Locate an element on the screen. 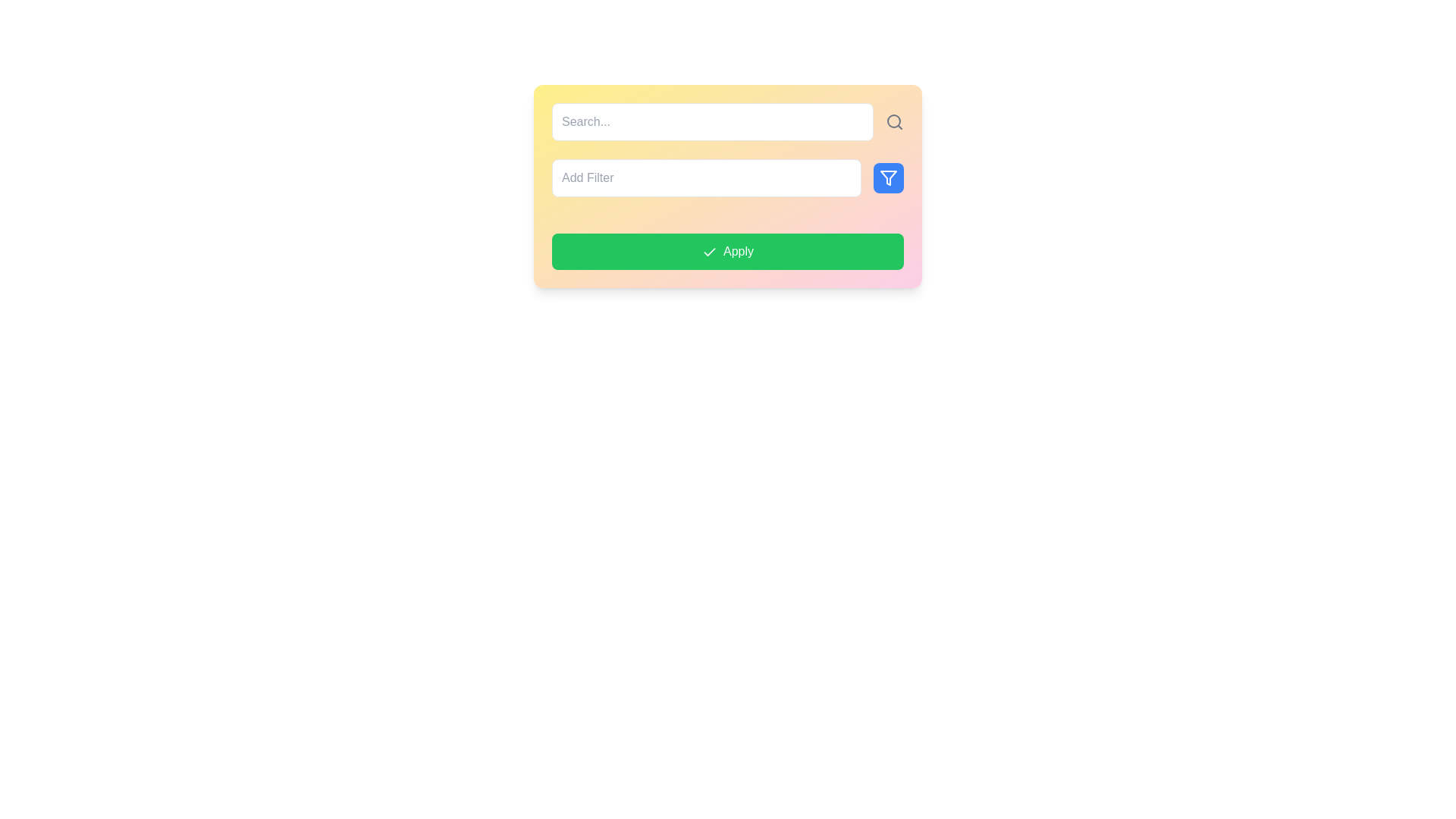 This screenshot has height=819, width=1456. the search icon, which is a circular magnifying glass shape located to the right of the search input box with placeholder 'Search...' is located at coordinates (895, 121).